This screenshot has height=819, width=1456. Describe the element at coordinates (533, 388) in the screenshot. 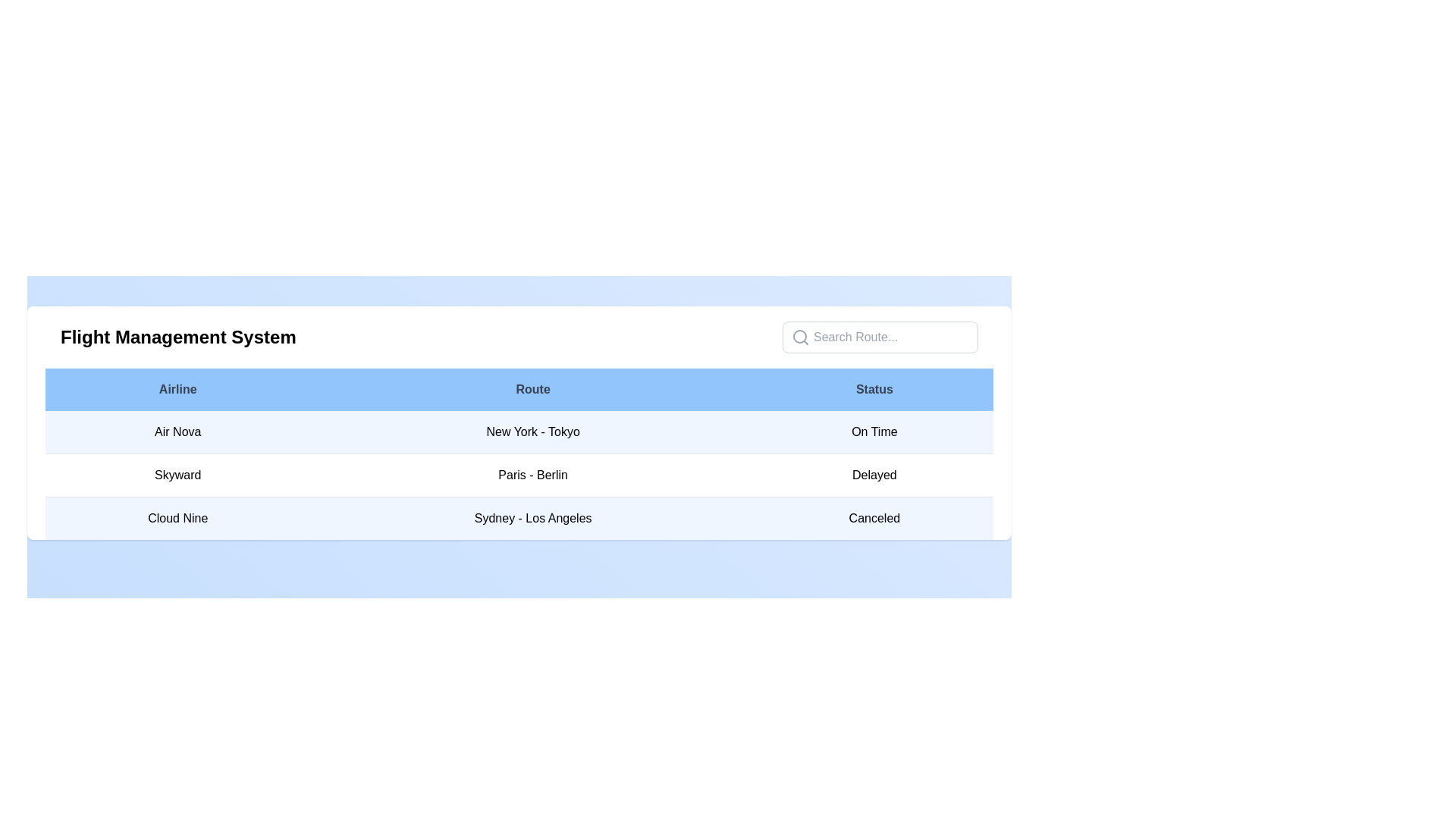

I see `the static text label that serves as a header for the routes column in the table, positioned between the 'Airline' and 'Status' labels` at that location.